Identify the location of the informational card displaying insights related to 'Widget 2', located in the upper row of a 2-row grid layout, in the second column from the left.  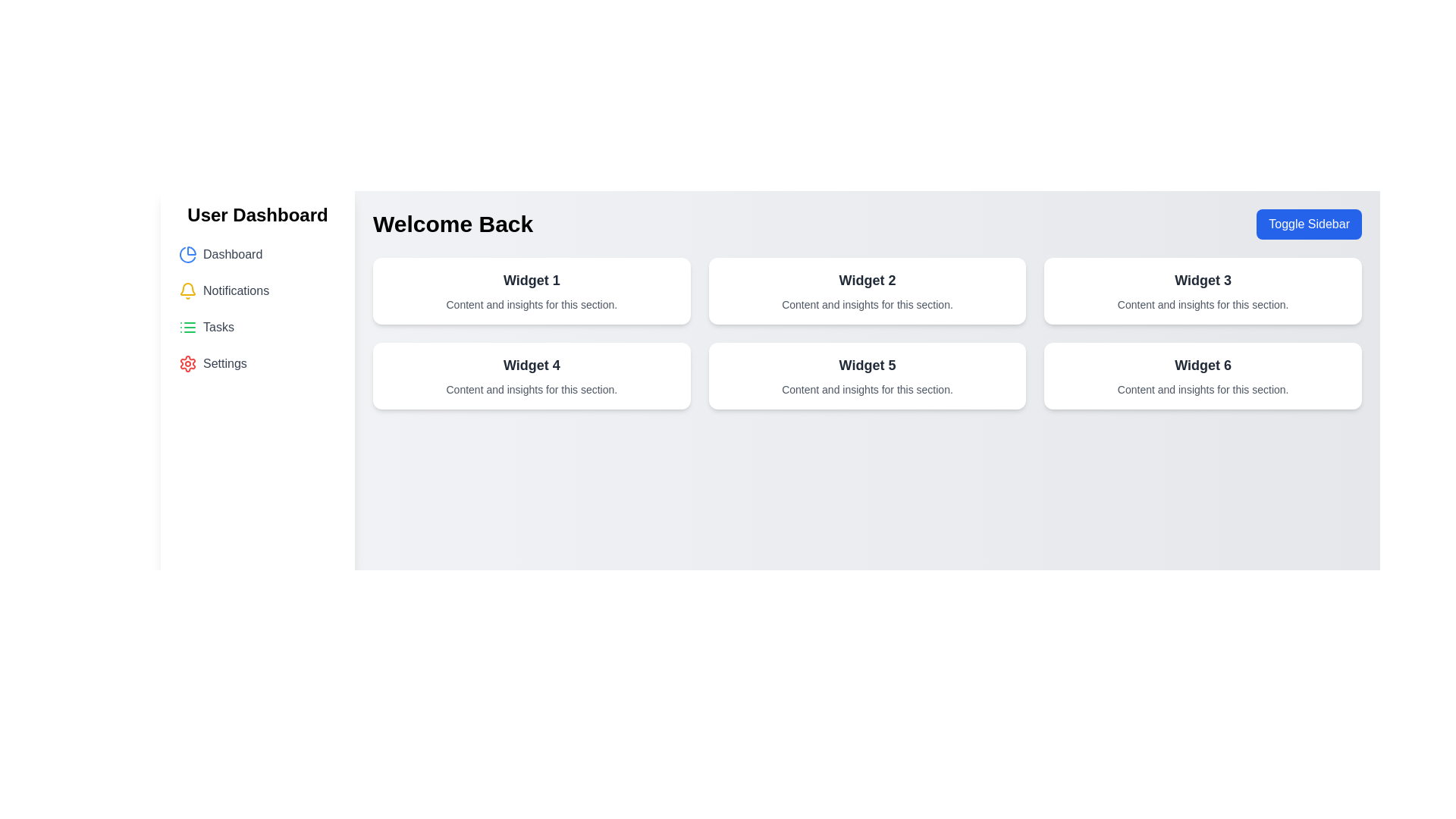
(867, 291).